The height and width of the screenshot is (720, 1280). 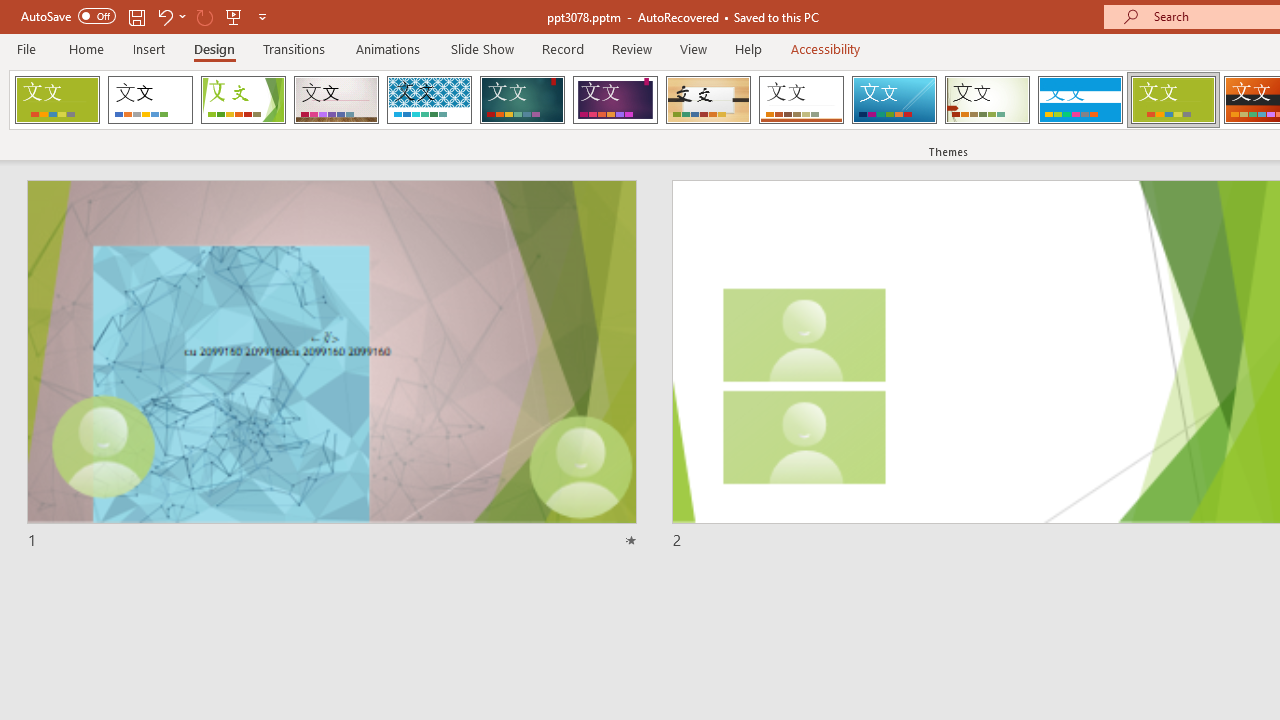 What do you see at coordinates (708, 100) in the screenshot?
I see `'Organic'` at bounding box center [708, 100].